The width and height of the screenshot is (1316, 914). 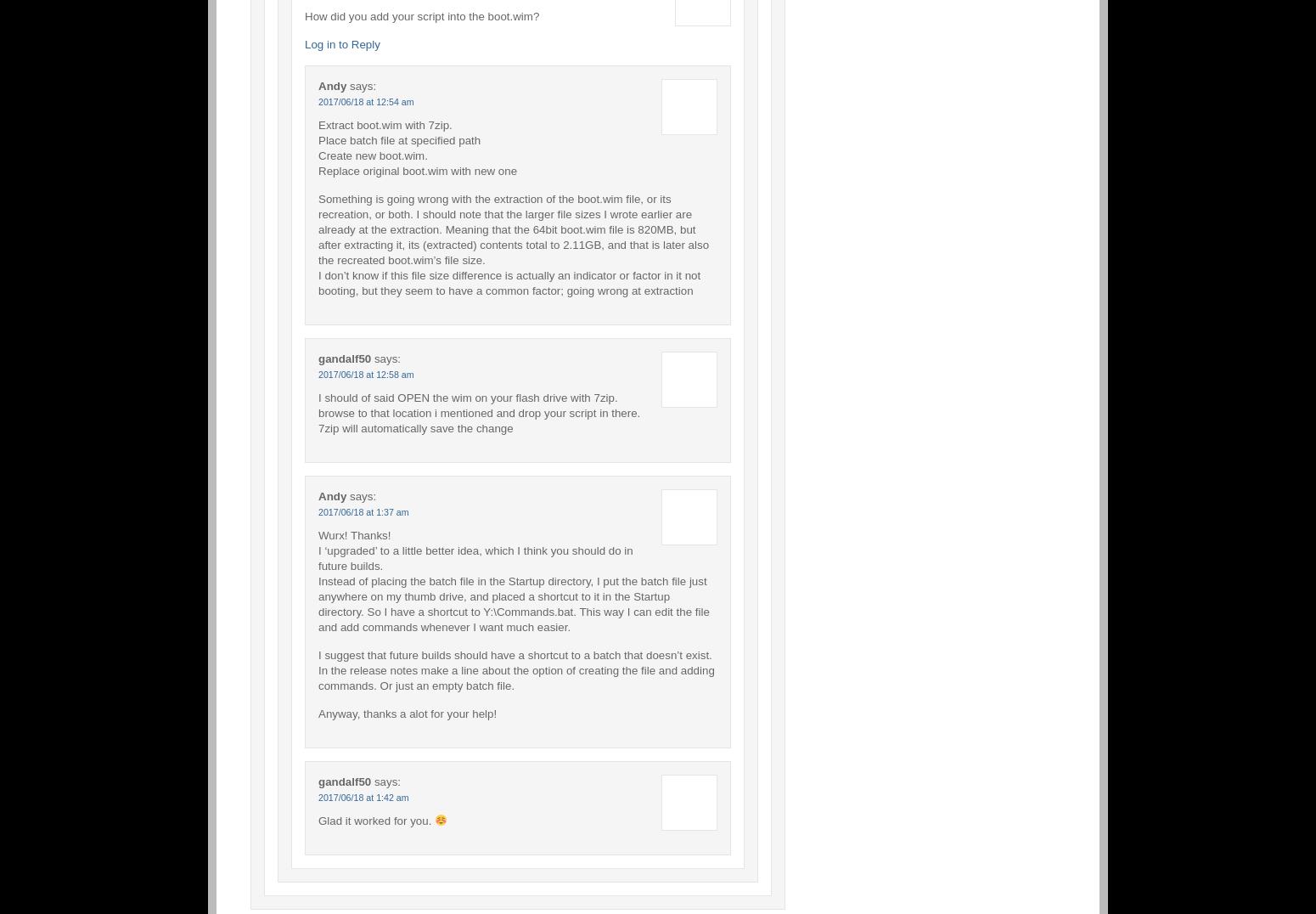 What do you see at coordinates (317, 124) in the screenshot?
I see `'Extract boot.wim with 7zip.'` at bounding box center [317, 124].